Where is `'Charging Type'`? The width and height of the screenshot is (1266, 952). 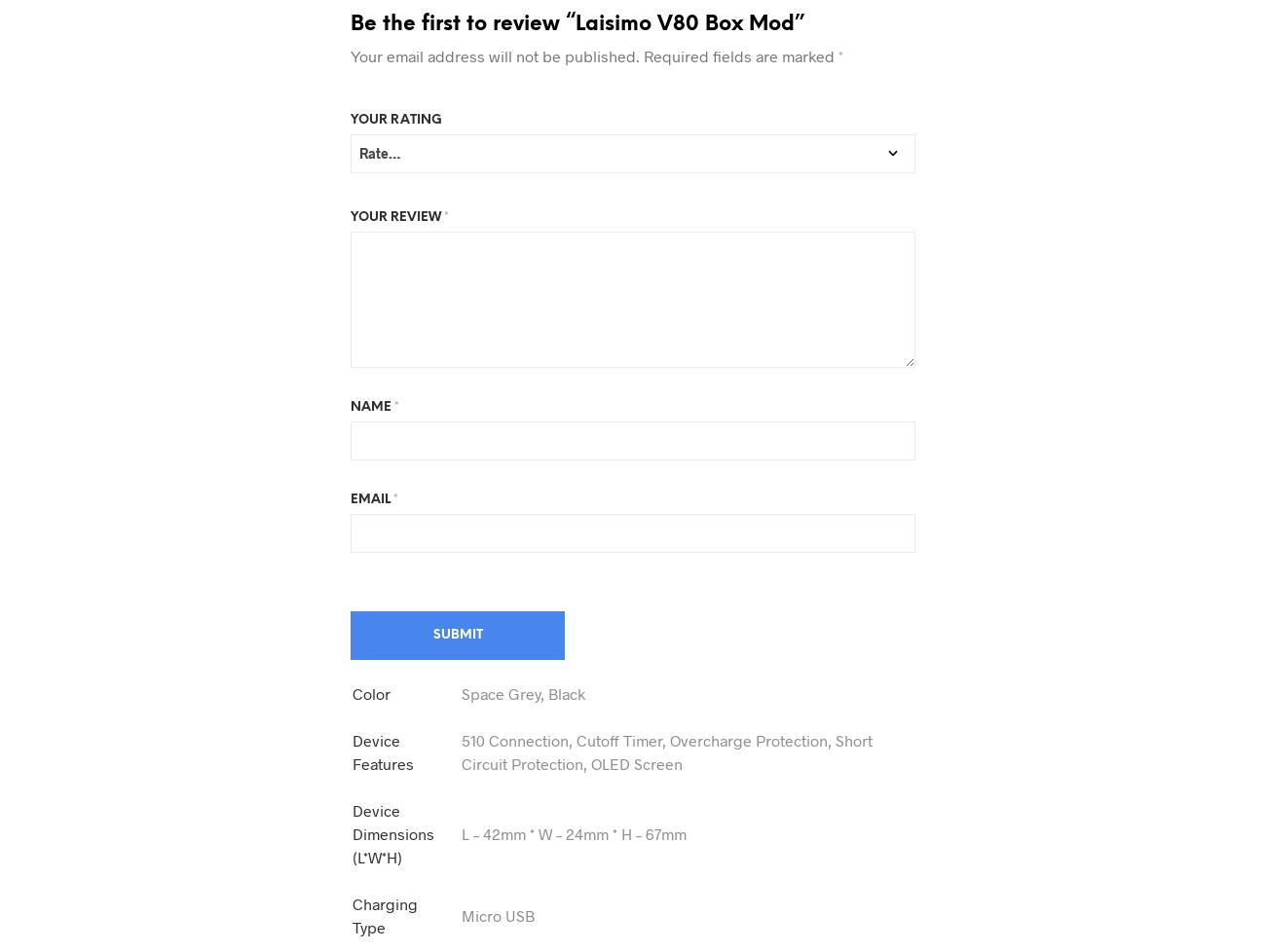
'Charging Type' is located at coordinates (385, 913).